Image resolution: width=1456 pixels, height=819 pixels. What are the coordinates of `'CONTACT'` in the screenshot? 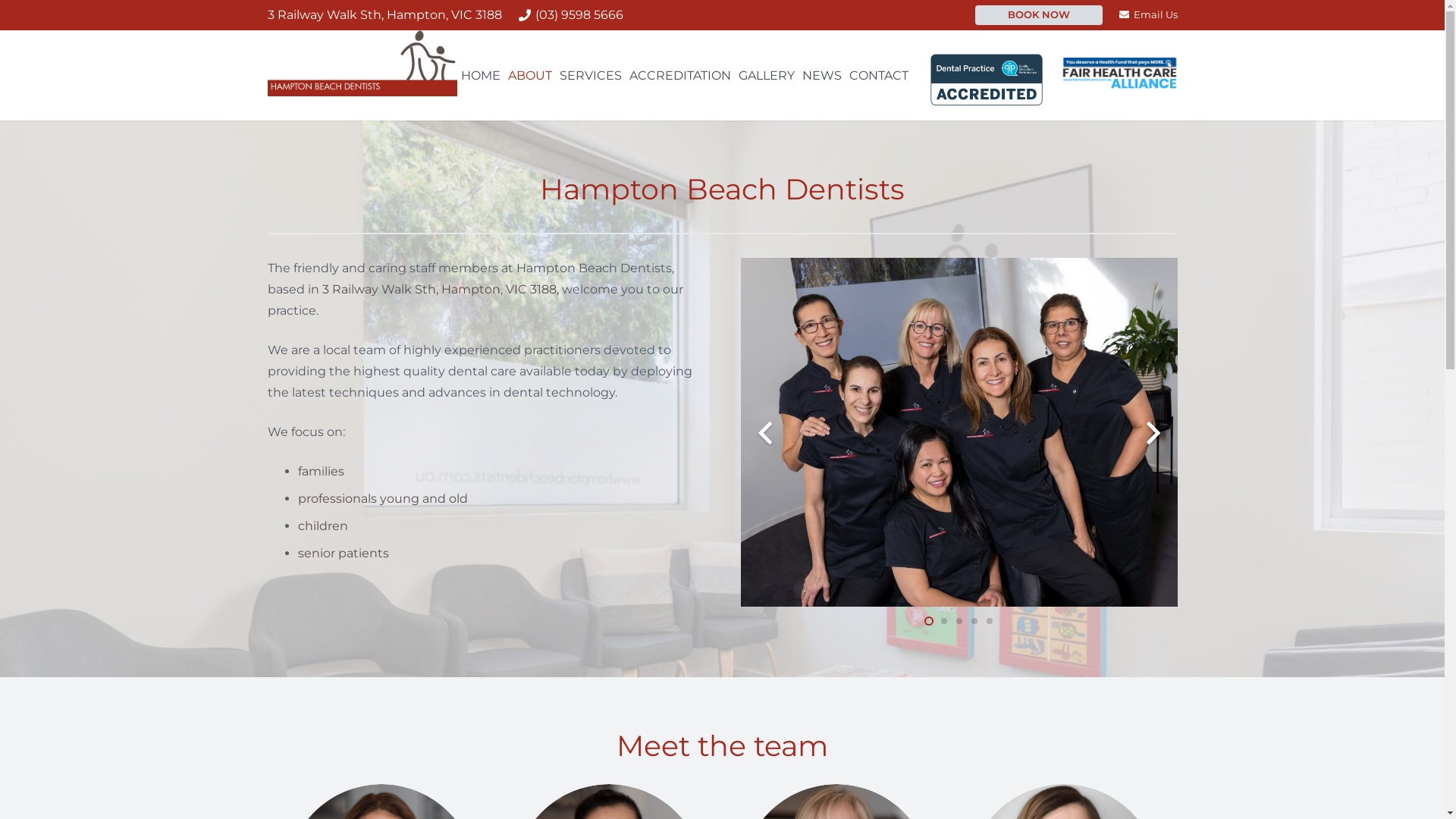 It's located at (878, 75).